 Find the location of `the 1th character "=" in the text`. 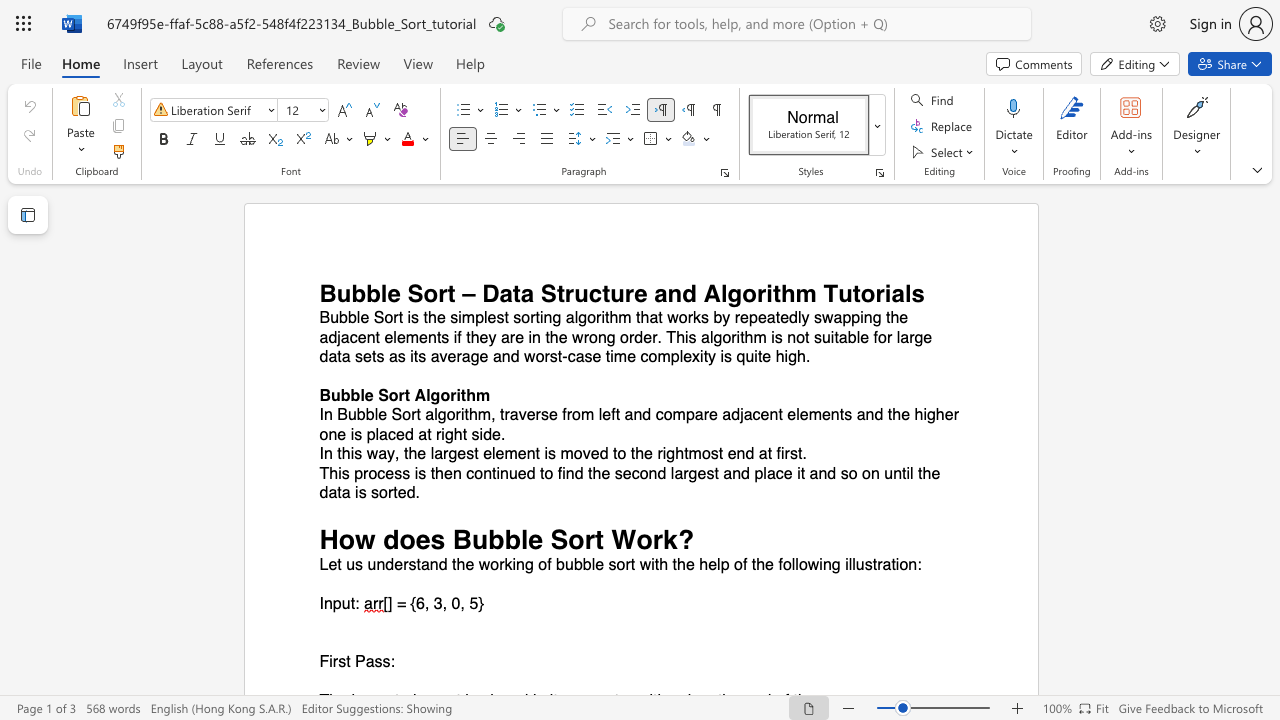

the 1th character "=" in the text is located at coordinates (400, 603).